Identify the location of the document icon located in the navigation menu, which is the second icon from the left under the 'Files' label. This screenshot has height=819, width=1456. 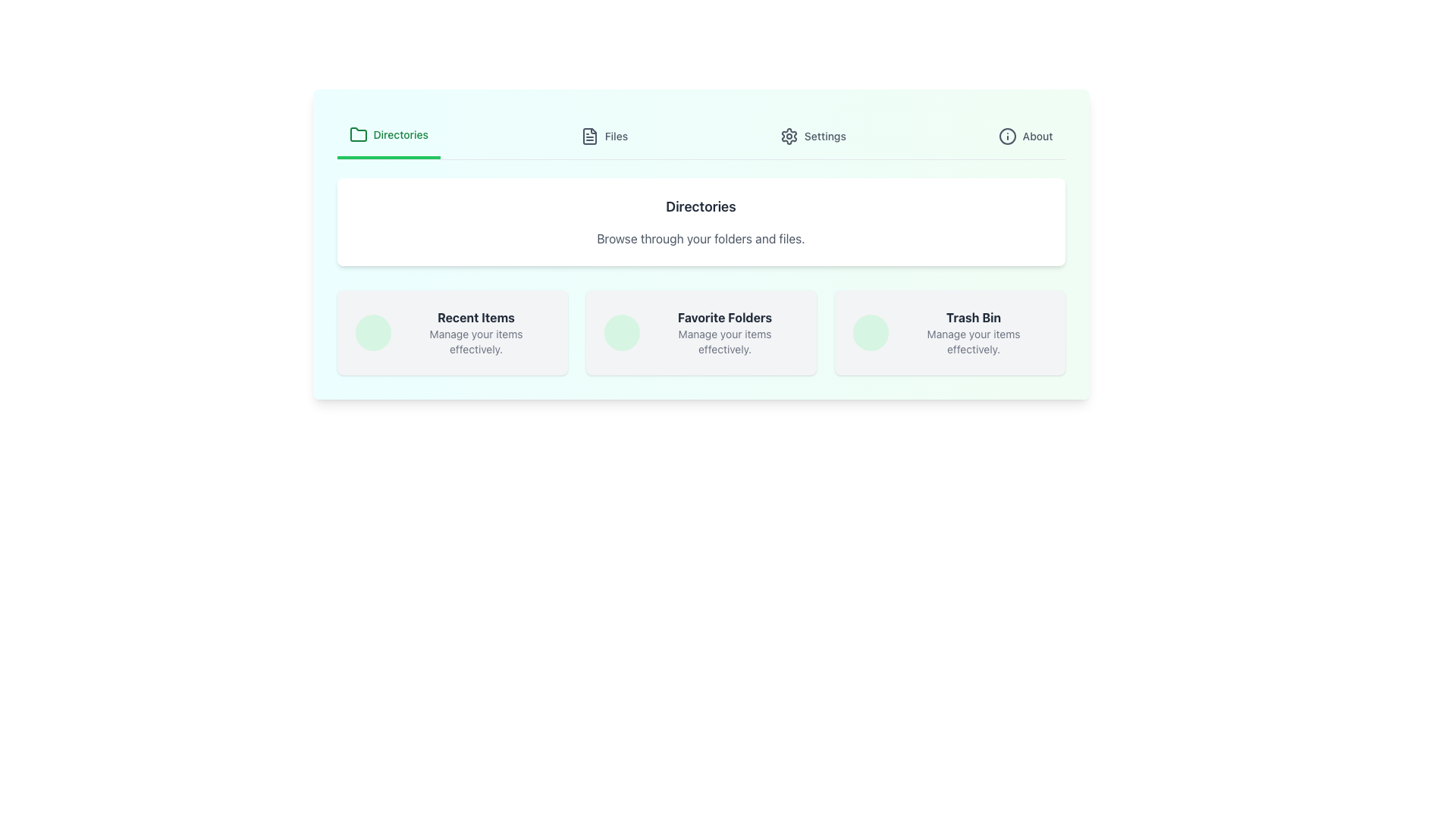
(588, 136).